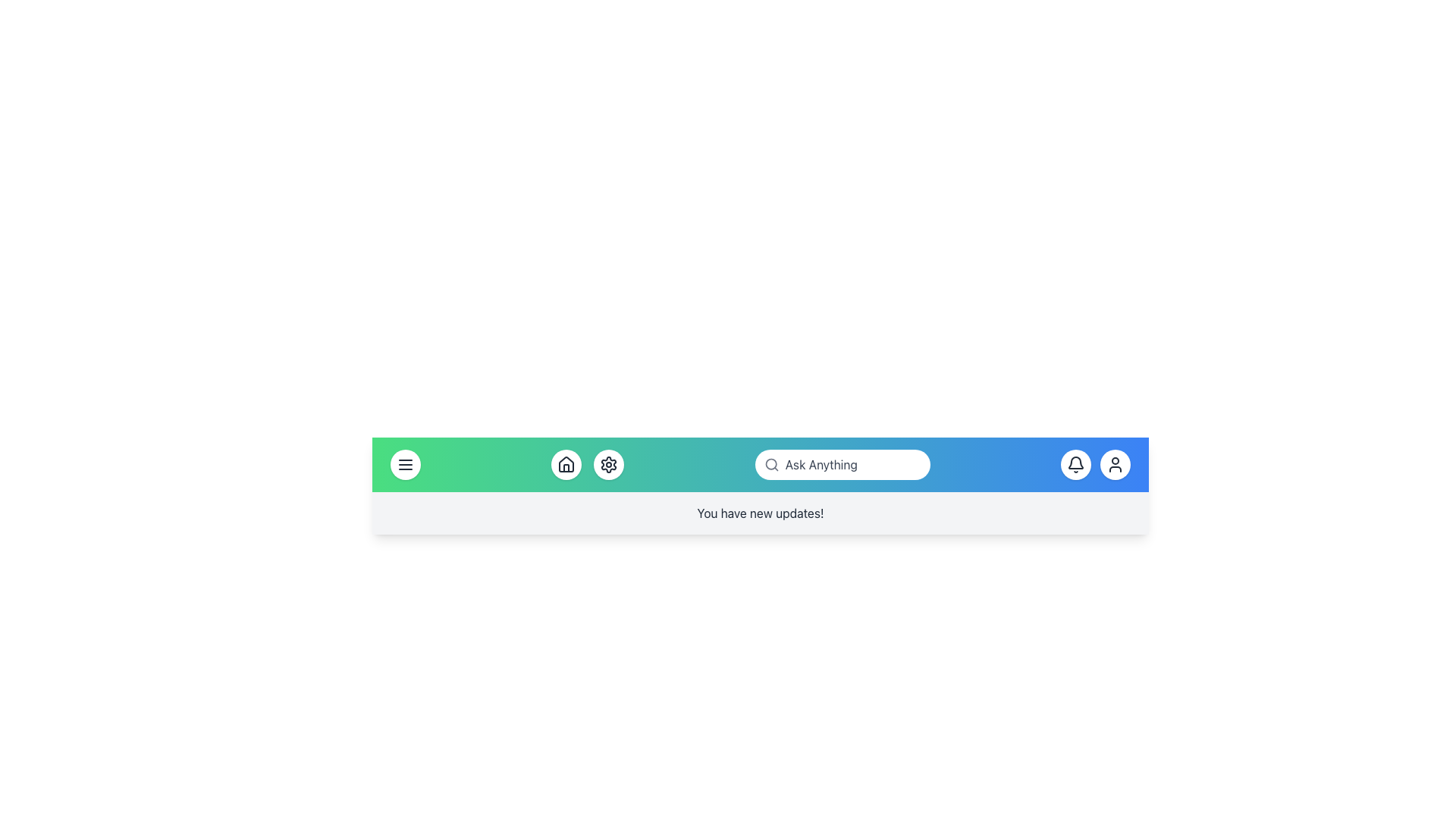 This screenshot has width=1456, height=819. What do you see at coordinates (770, 463) in the screenshot?
I see `the circular graphical component within the SVG that is part of the search icon, located at the center of the magnifying glass` at bounding box center [770, 463].